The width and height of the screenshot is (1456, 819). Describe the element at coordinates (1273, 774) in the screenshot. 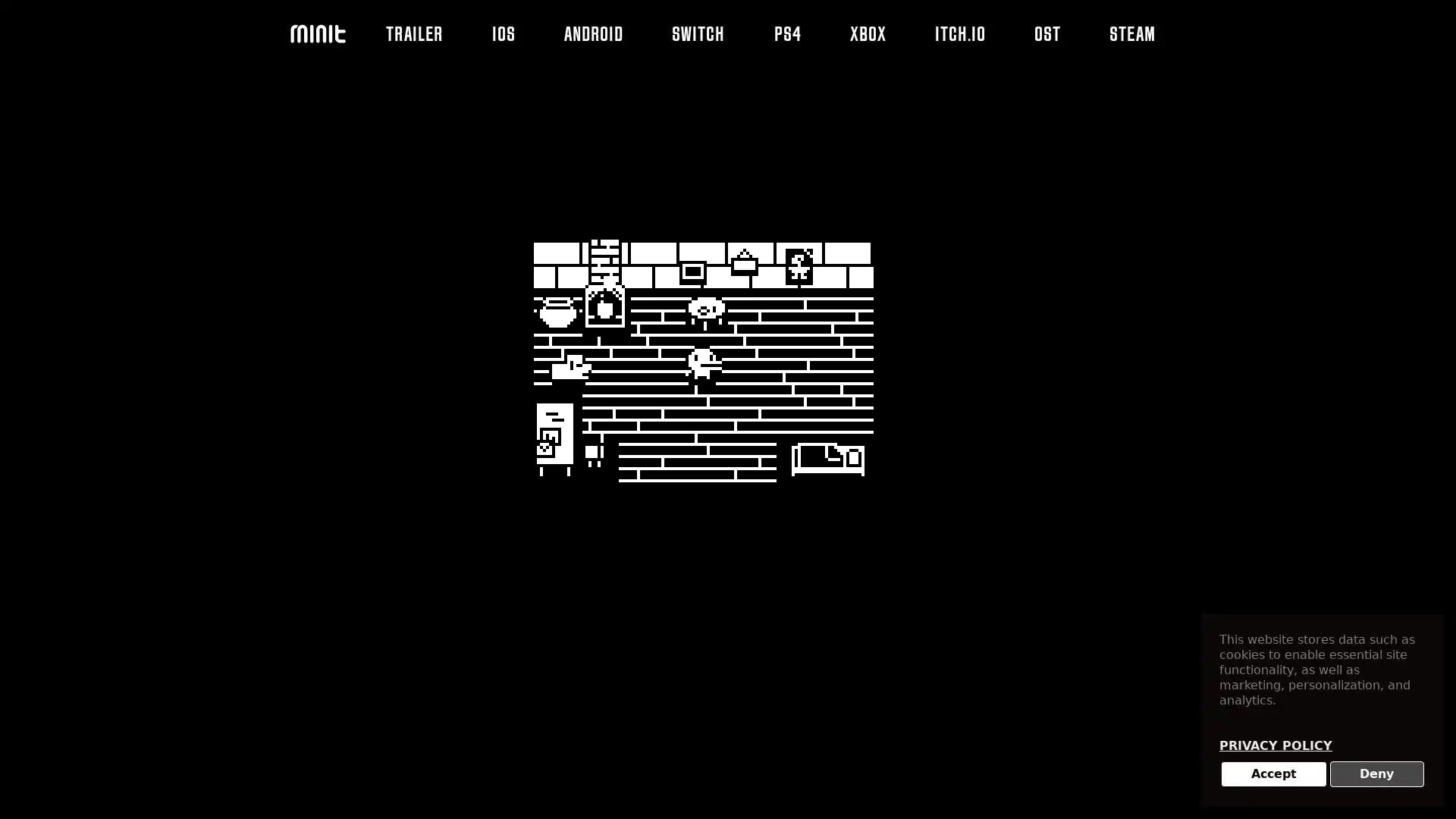

I see `Accept` at that location.